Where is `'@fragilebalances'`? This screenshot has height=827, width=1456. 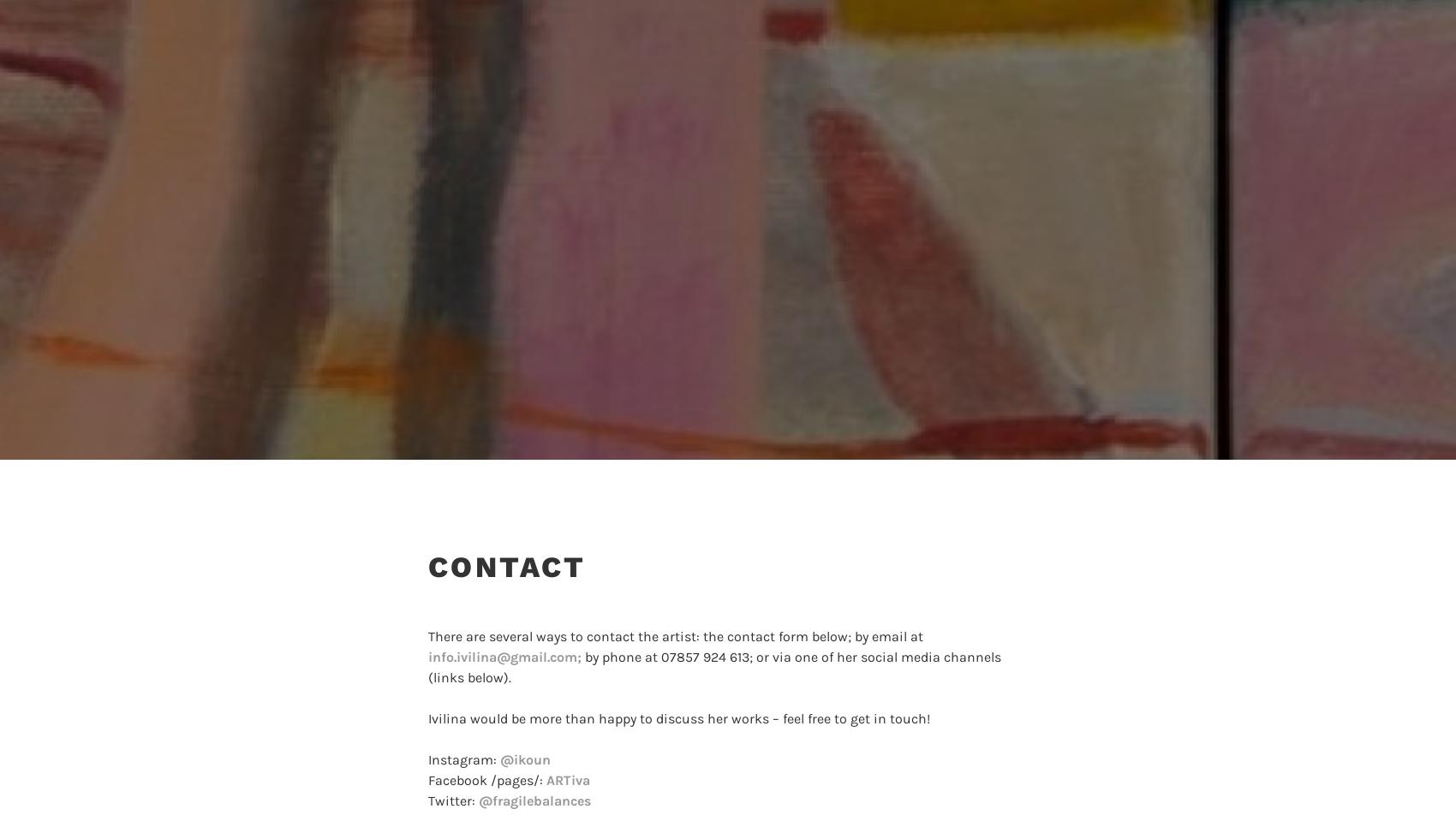 '@fragilebalances' is located at coordinates (477, 800).